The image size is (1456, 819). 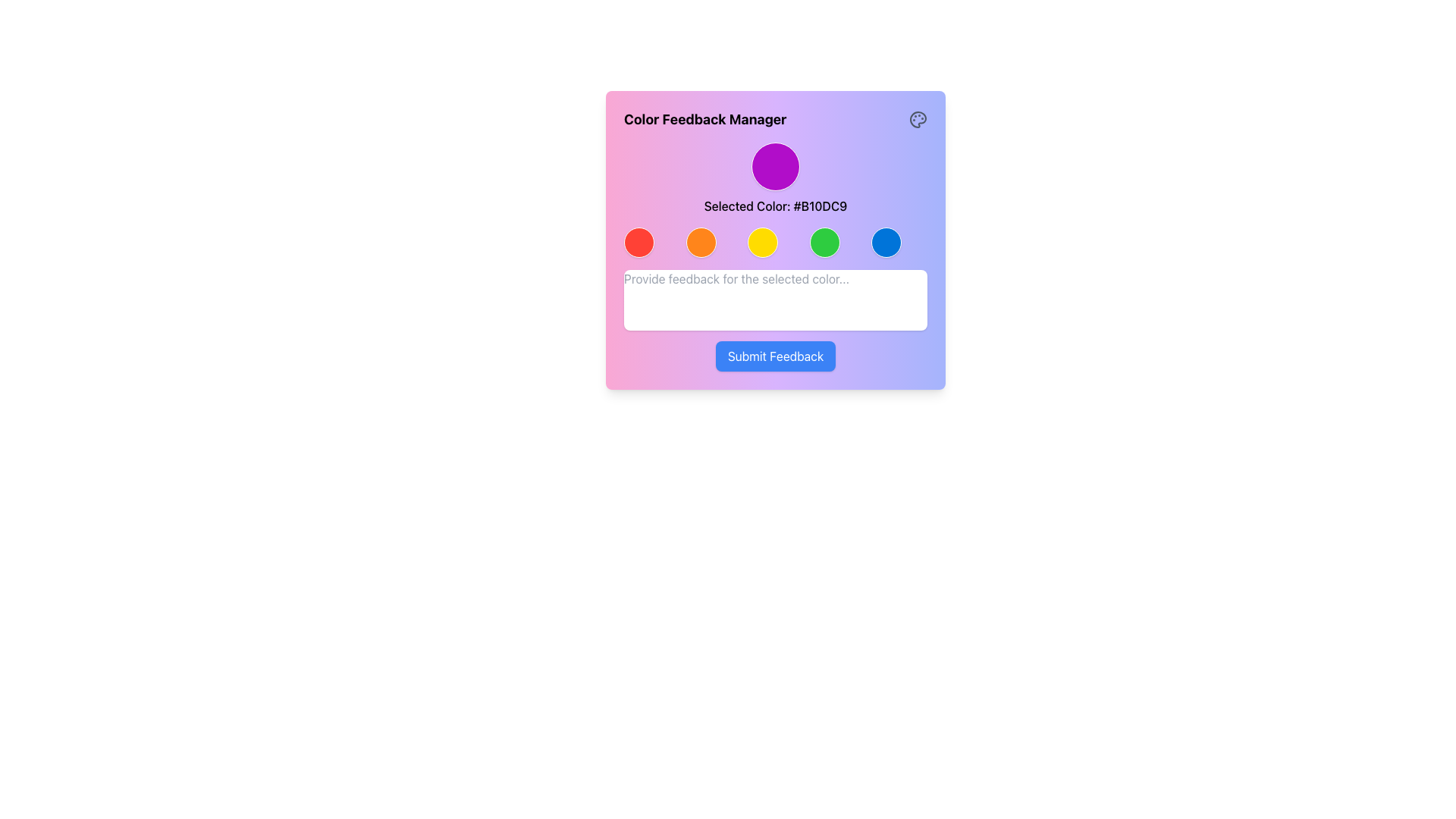 I want to click on any of the circular buttons in the horizontal group located below the text 'Selected Color: #B10DC9' and above the 'Submit Feedback' button, so click(x=775, y=242).